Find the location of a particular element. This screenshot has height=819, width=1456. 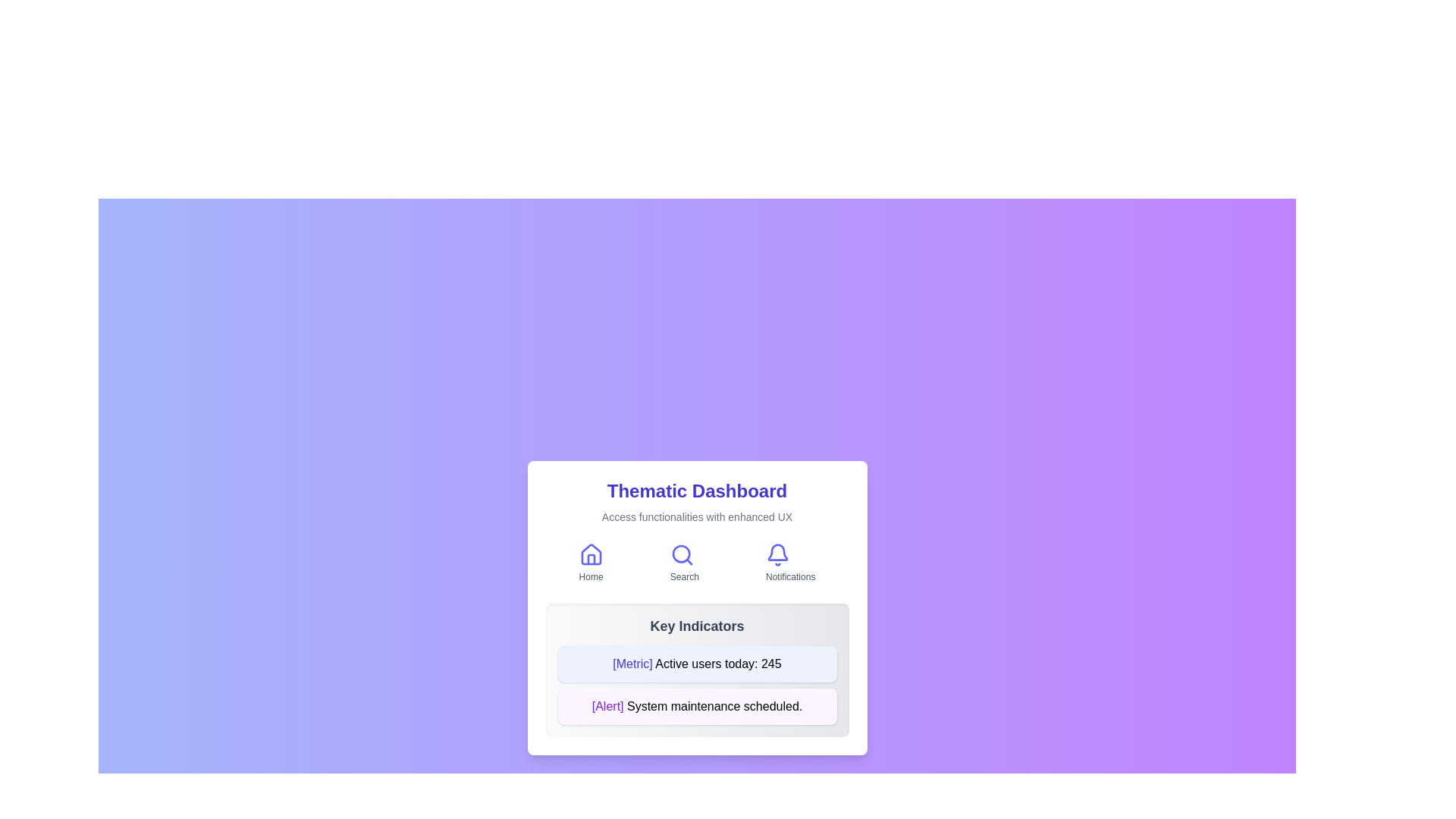

the 'Home' text label located beneath the house icon, which serves to identify the icon's function is located at coordinates (590, 576).